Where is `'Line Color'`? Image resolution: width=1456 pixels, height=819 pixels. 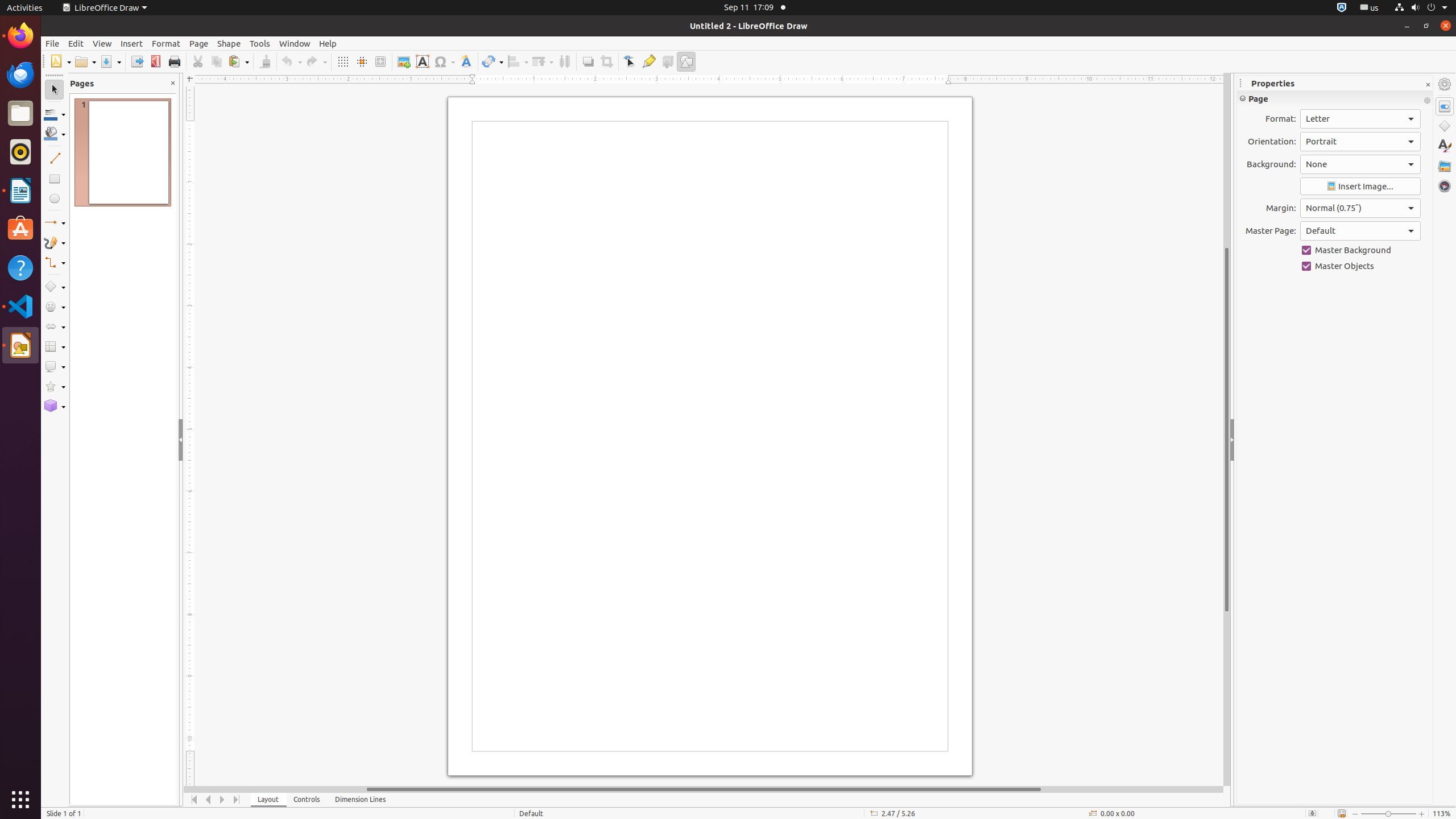 'Line Color' is located at coordinates (54, 113).